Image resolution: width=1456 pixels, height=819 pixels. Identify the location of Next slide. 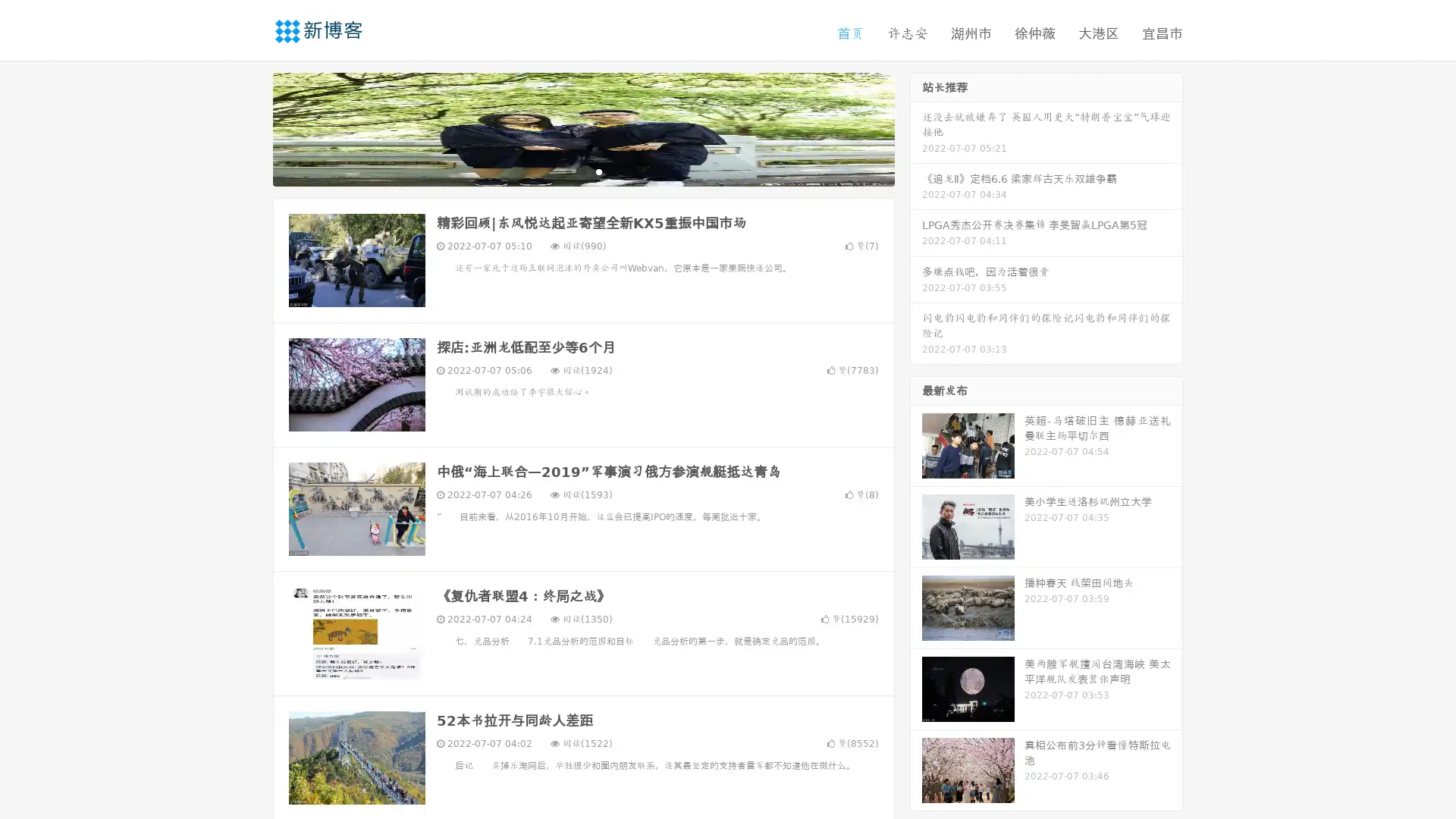
(916, 127).